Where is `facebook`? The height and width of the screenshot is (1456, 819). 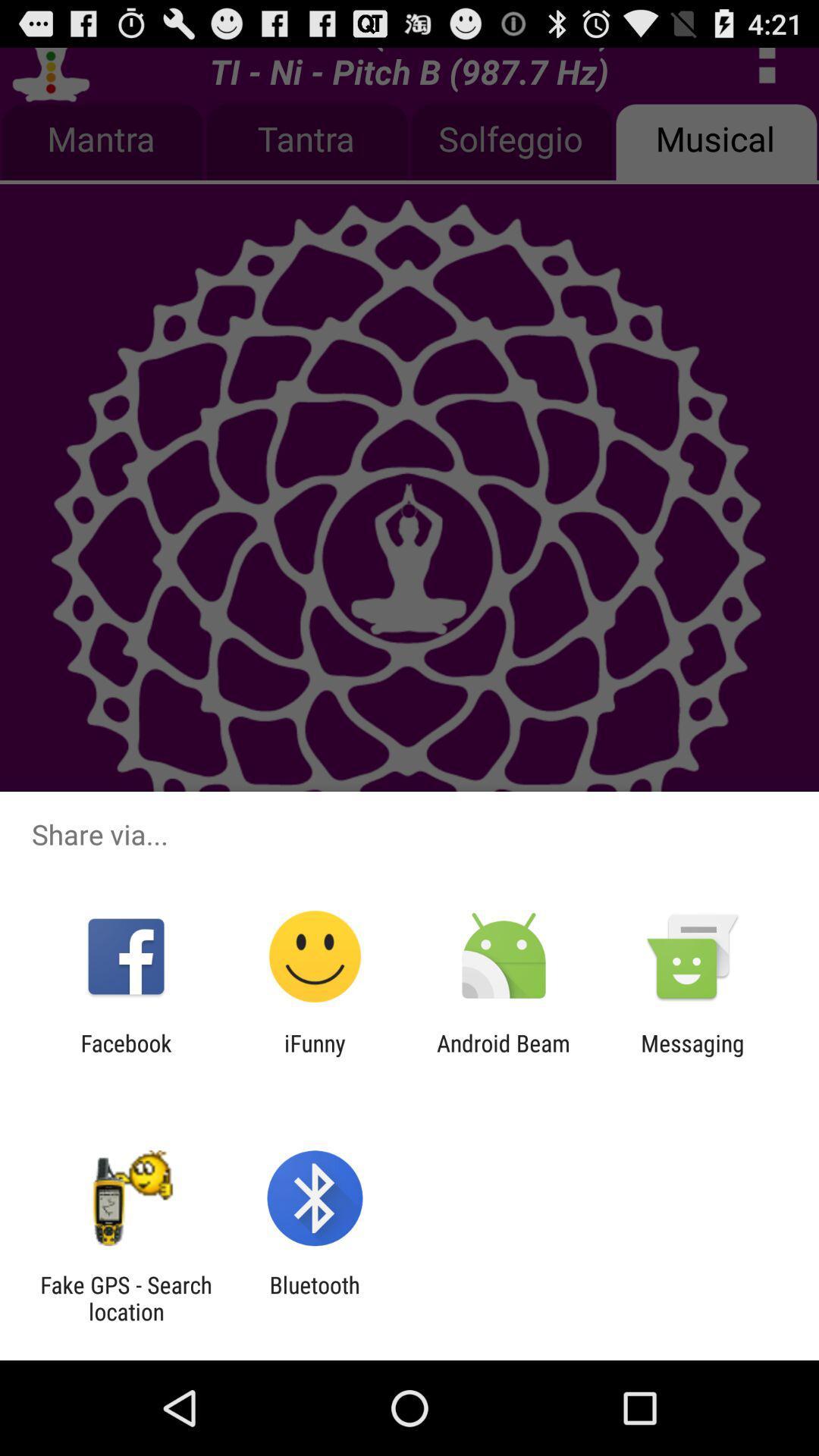 facebook is located at coordinates (125, 1056).